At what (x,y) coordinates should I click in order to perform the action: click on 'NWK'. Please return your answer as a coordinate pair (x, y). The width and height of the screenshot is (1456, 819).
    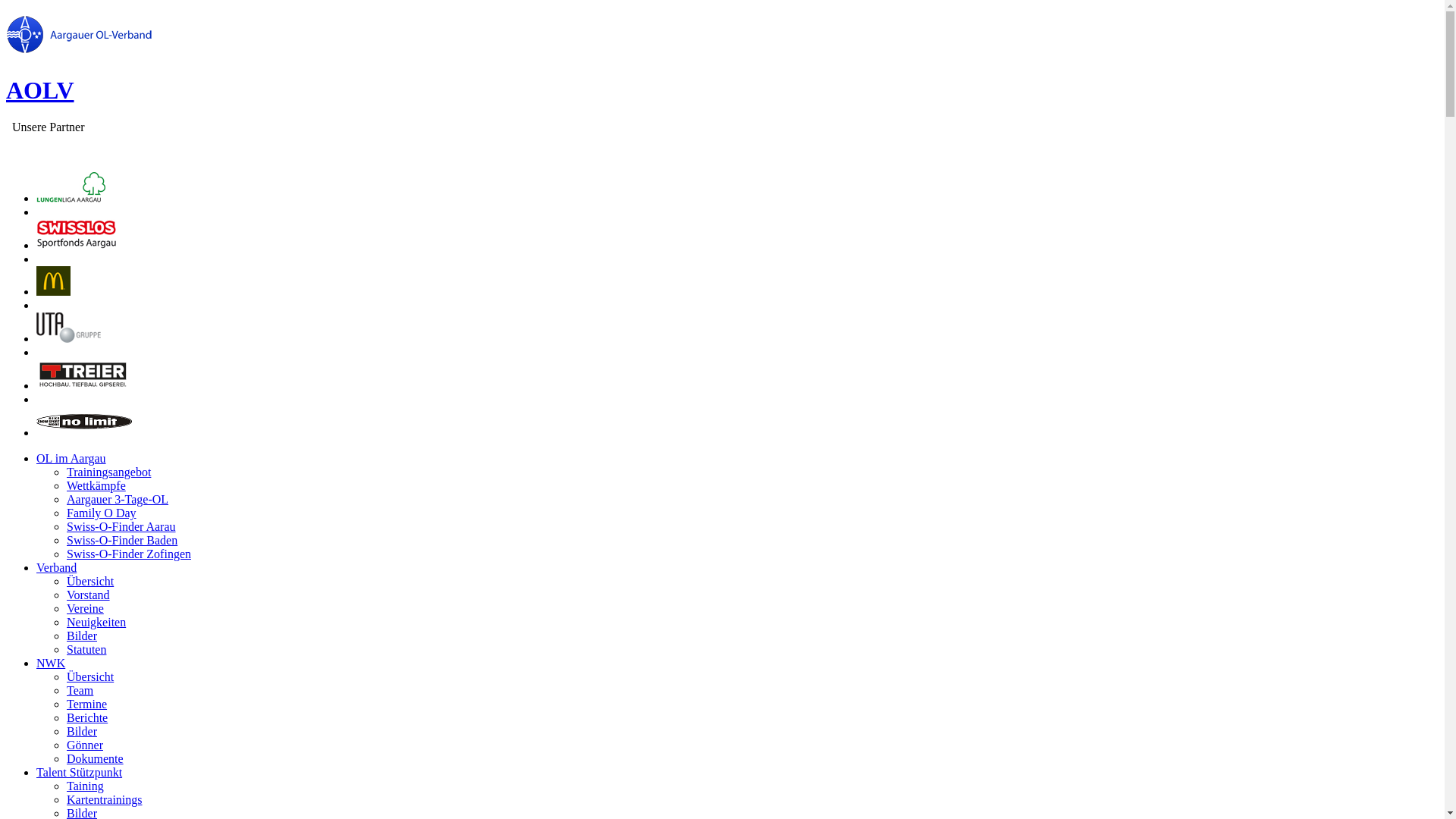
    Looking at the image, I should click on (51, 662).